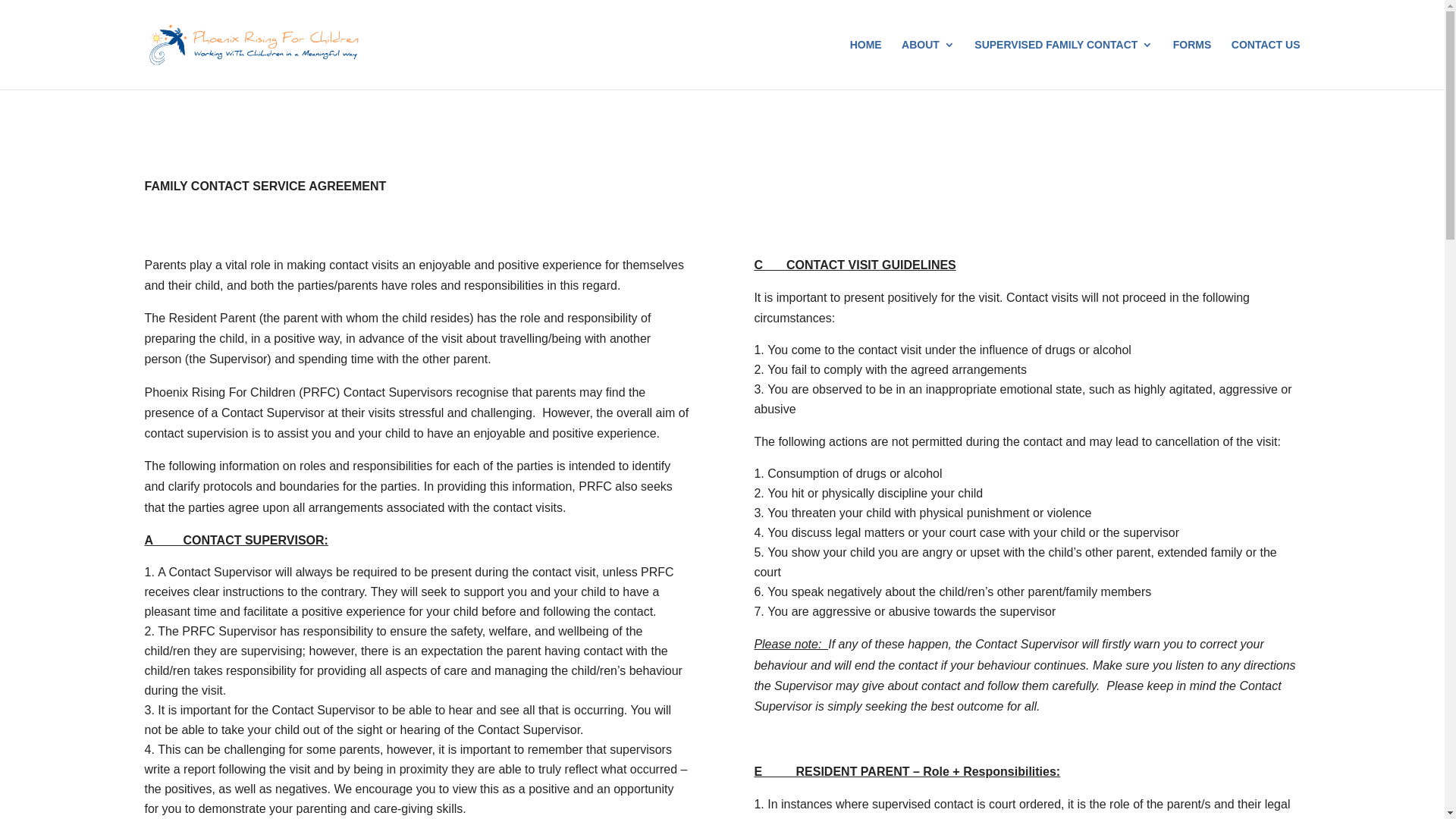  I want to click on 'HOME', so click(866, 63).